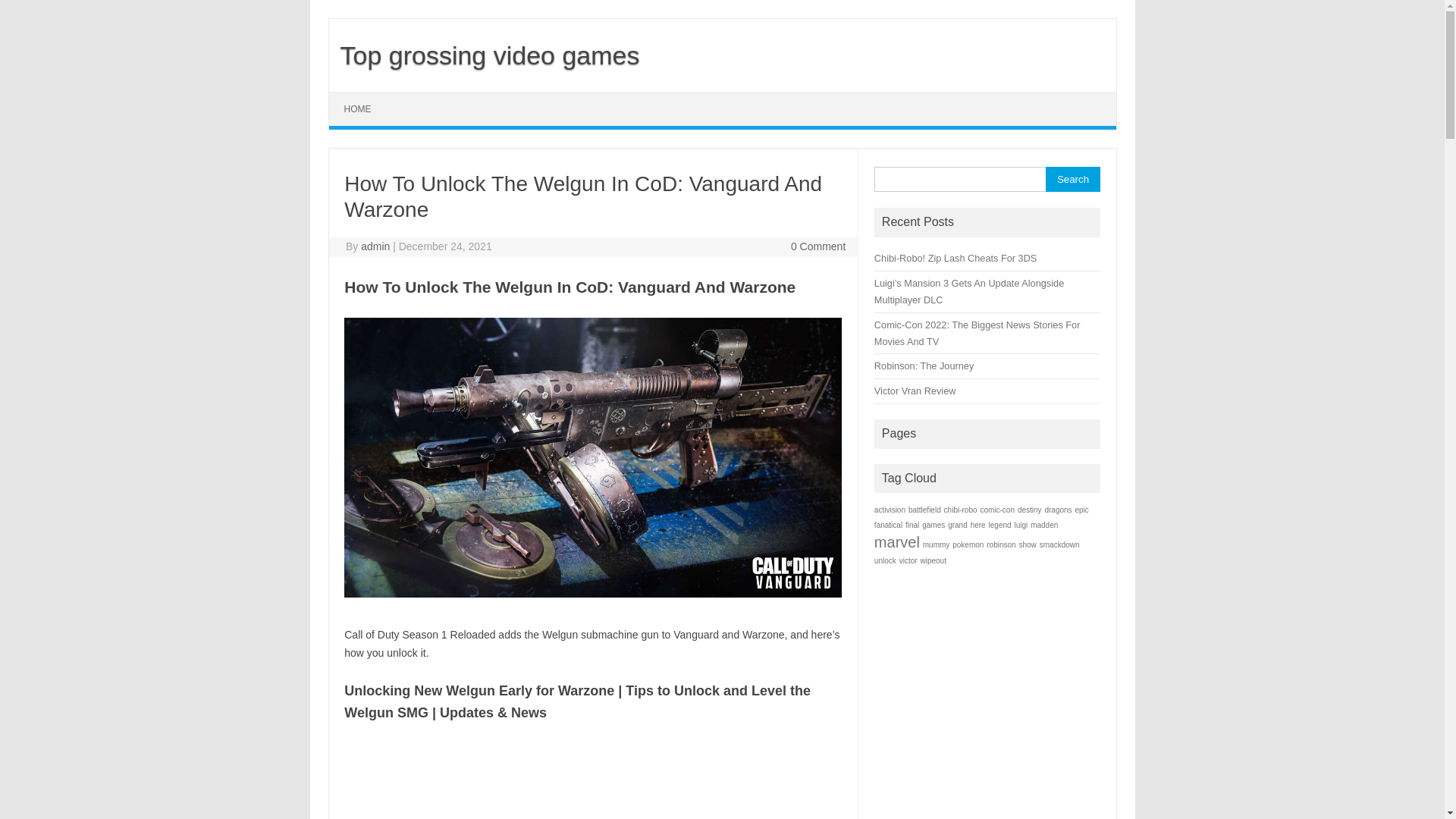  What do you see at coordinates (364, 96) in the screenshot?
I see `'Skip to content'` at bounding box center [364, 96].